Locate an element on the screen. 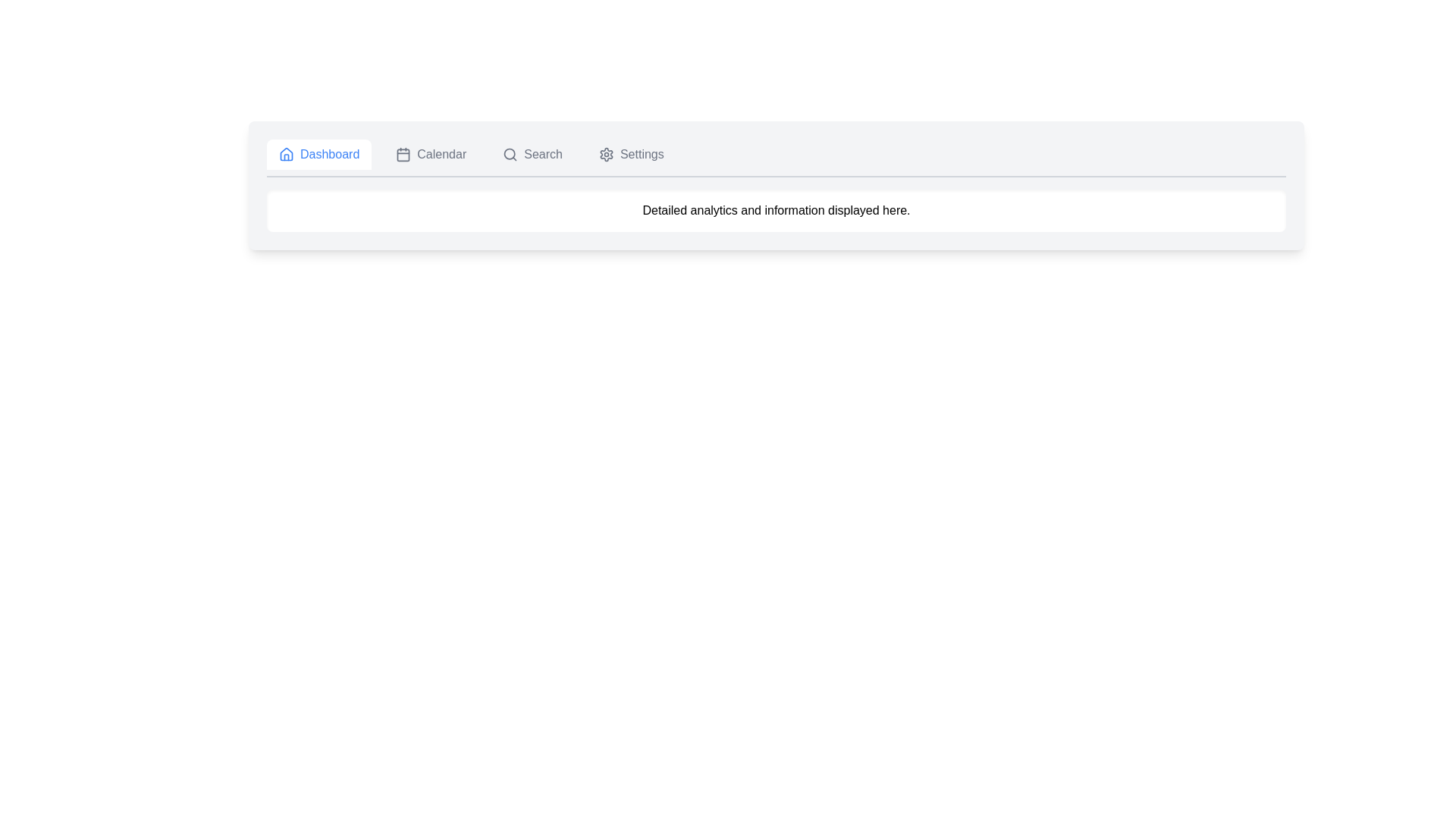 Image resolution: width=1456 pixels, height=819 pixels. the search icon located within the 'Search' button in the top navigation bar, positioned to the immediate left of the text label 'Search.' is located at coordinates (510, 155).